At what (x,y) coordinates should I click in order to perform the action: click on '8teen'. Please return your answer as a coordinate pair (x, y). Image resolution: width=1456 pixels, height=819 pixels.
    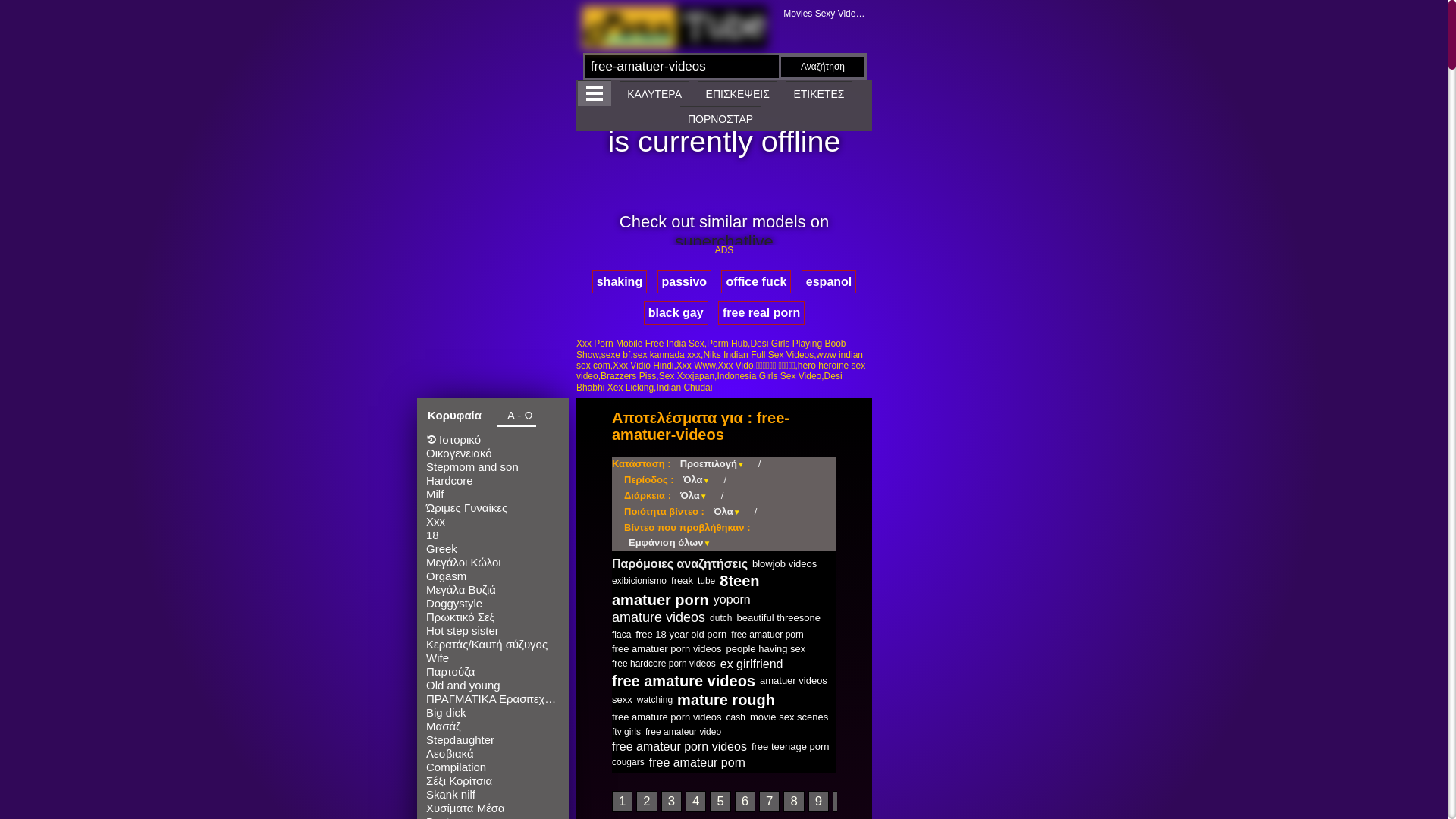
    Looking at the image, I should click on (739, 580).